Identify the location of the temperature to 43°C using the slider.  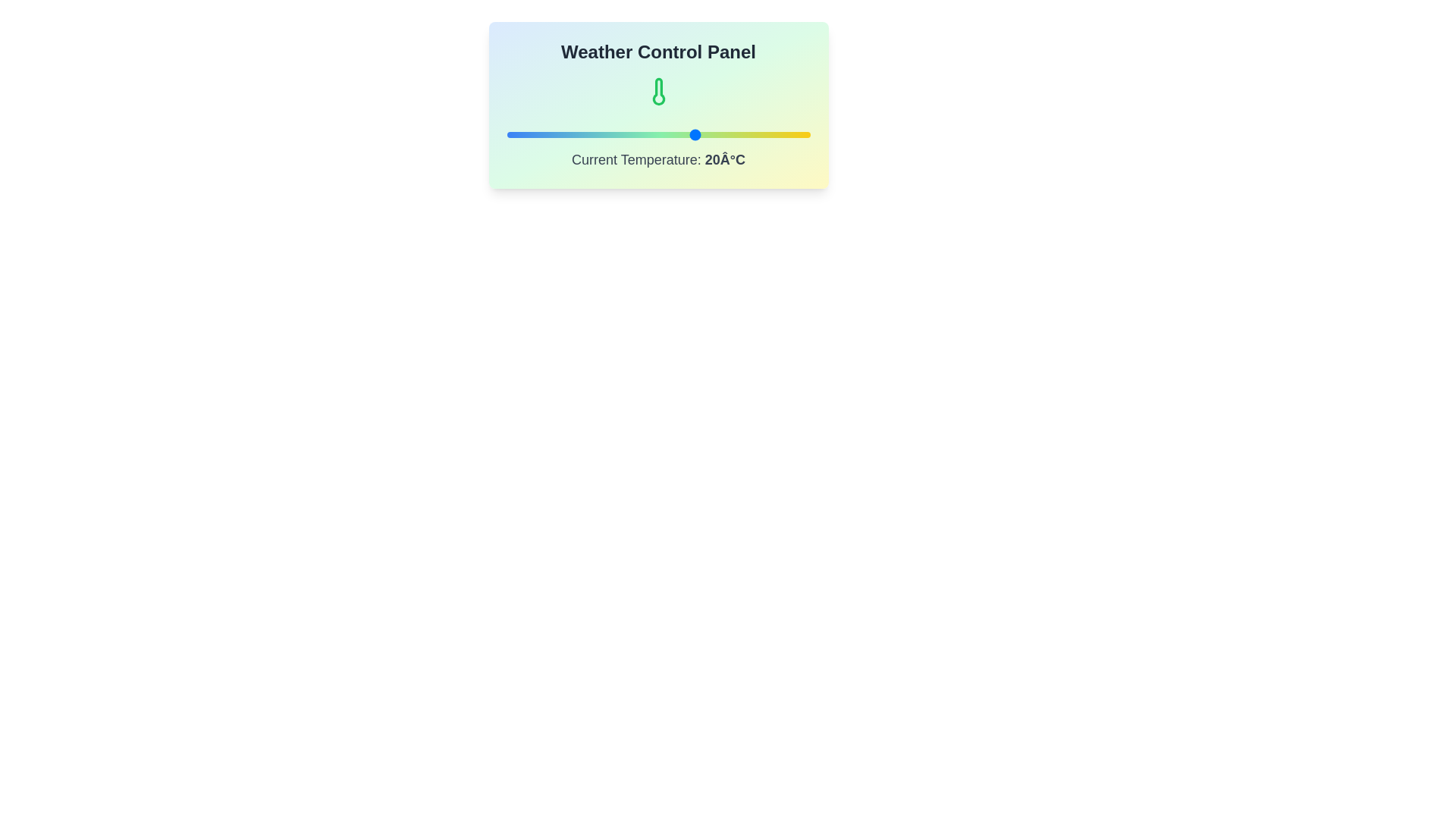
(783, 133).